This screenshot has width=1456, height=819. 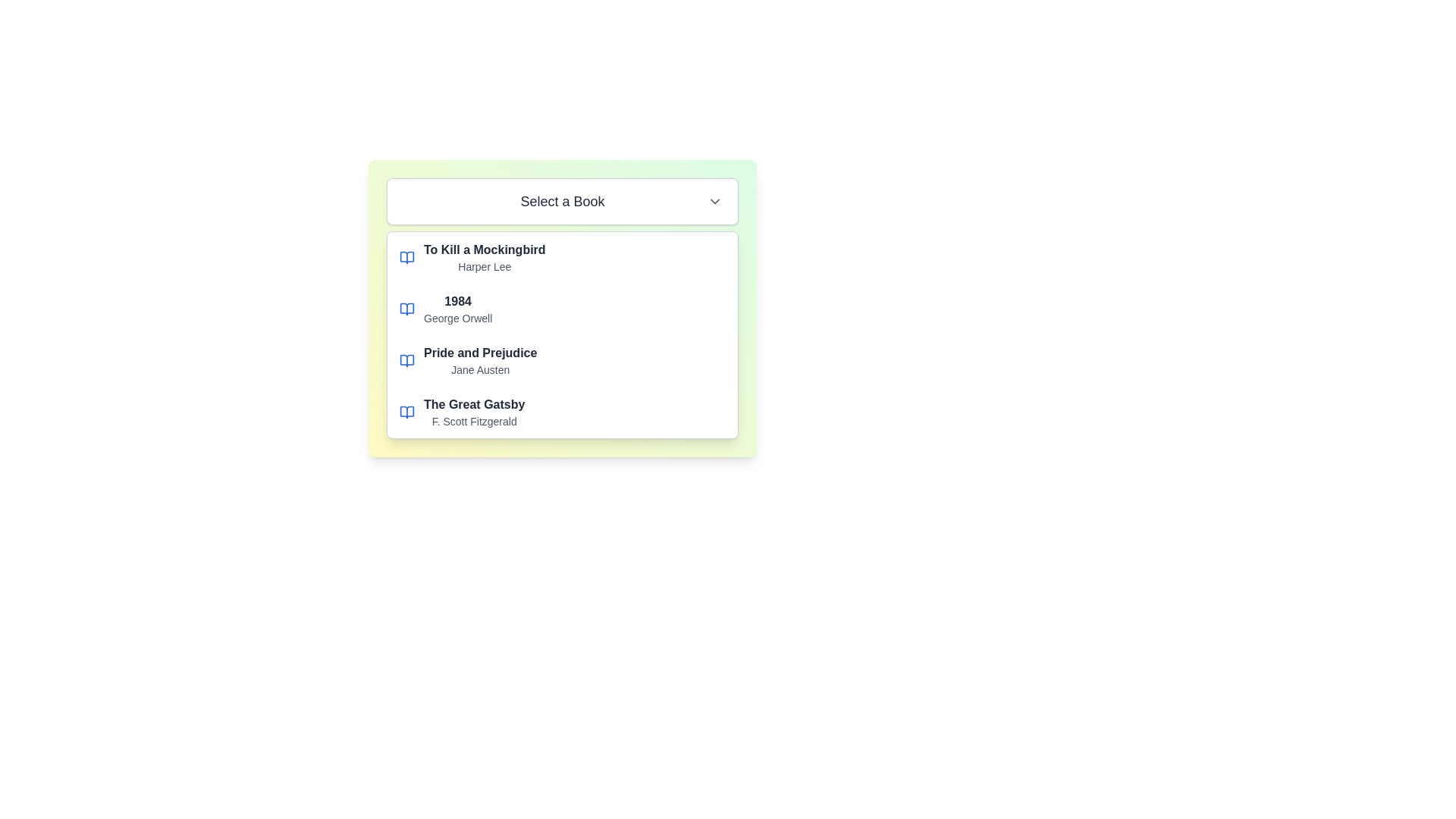 I want to click on the book icon representing 'Pride and Prejudice' by Jane Austen, so click(x=407, y=360).